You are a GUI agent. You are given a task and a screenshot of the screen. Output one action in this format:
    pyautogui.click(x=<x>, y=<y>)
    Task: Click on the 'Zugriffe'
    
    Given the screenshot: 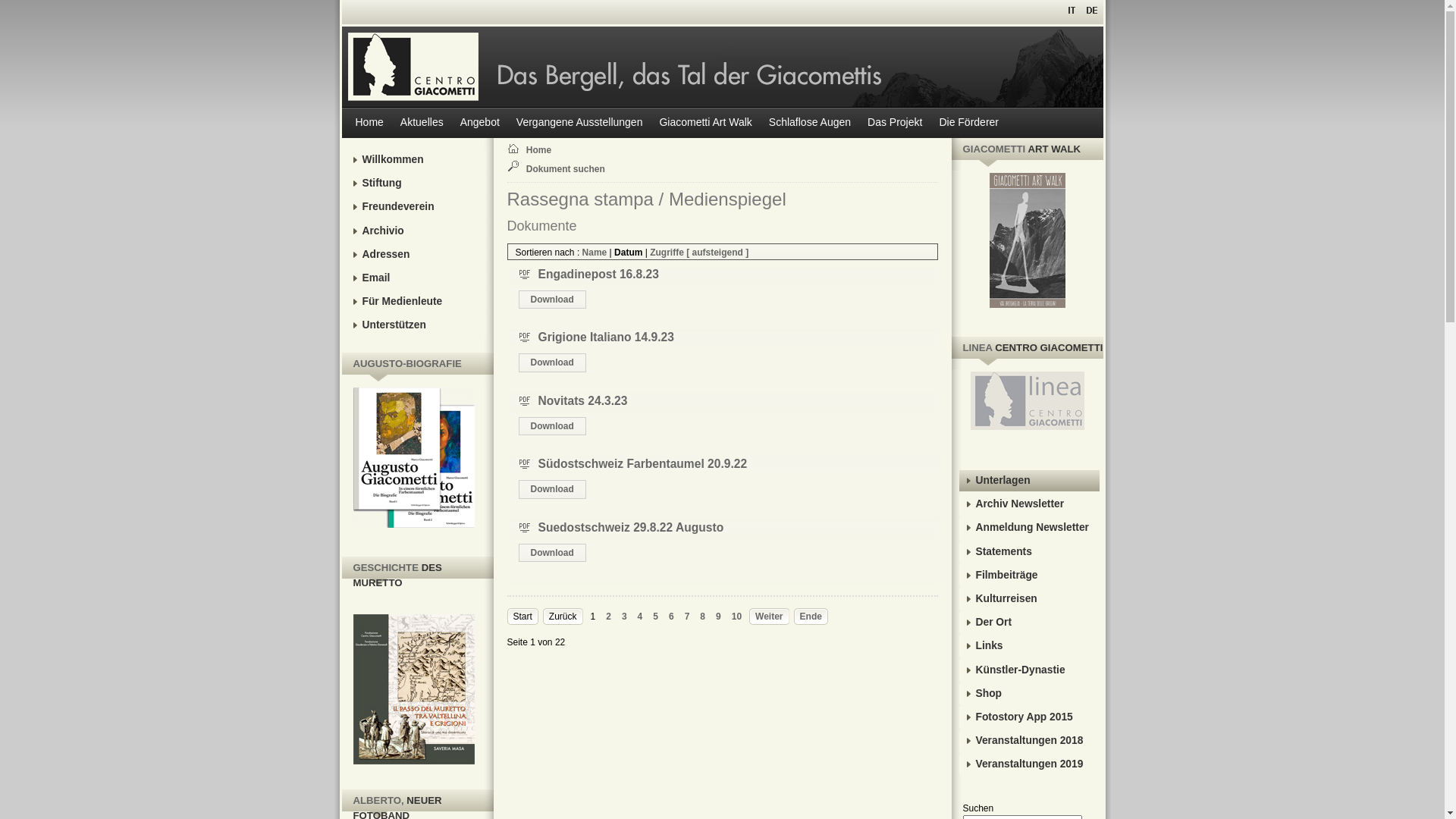 What is the action you would take?
    pyautogui.click(x=667, y=251)
    